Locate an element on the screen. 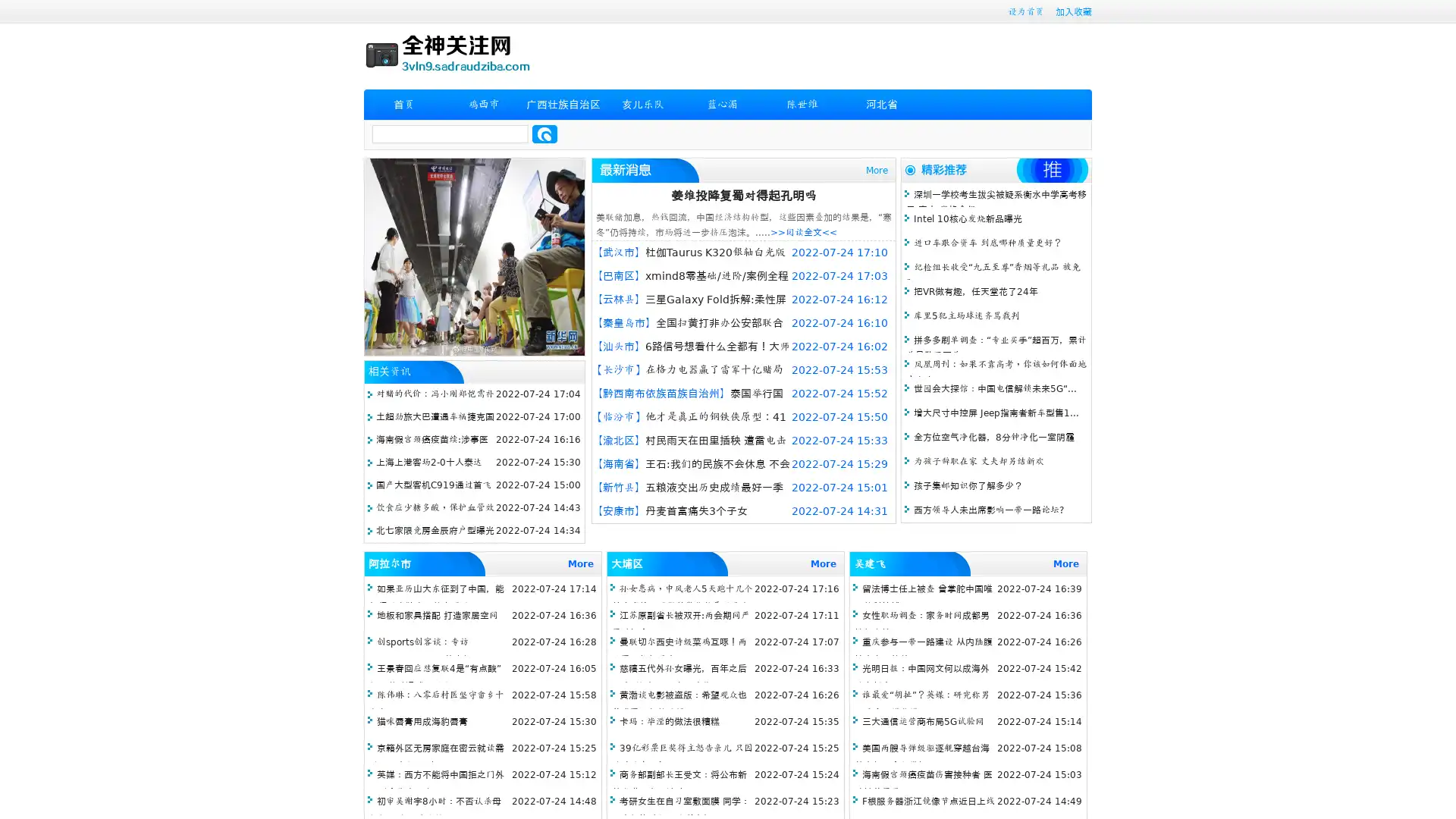  Search is located at coordinates (544, 133).